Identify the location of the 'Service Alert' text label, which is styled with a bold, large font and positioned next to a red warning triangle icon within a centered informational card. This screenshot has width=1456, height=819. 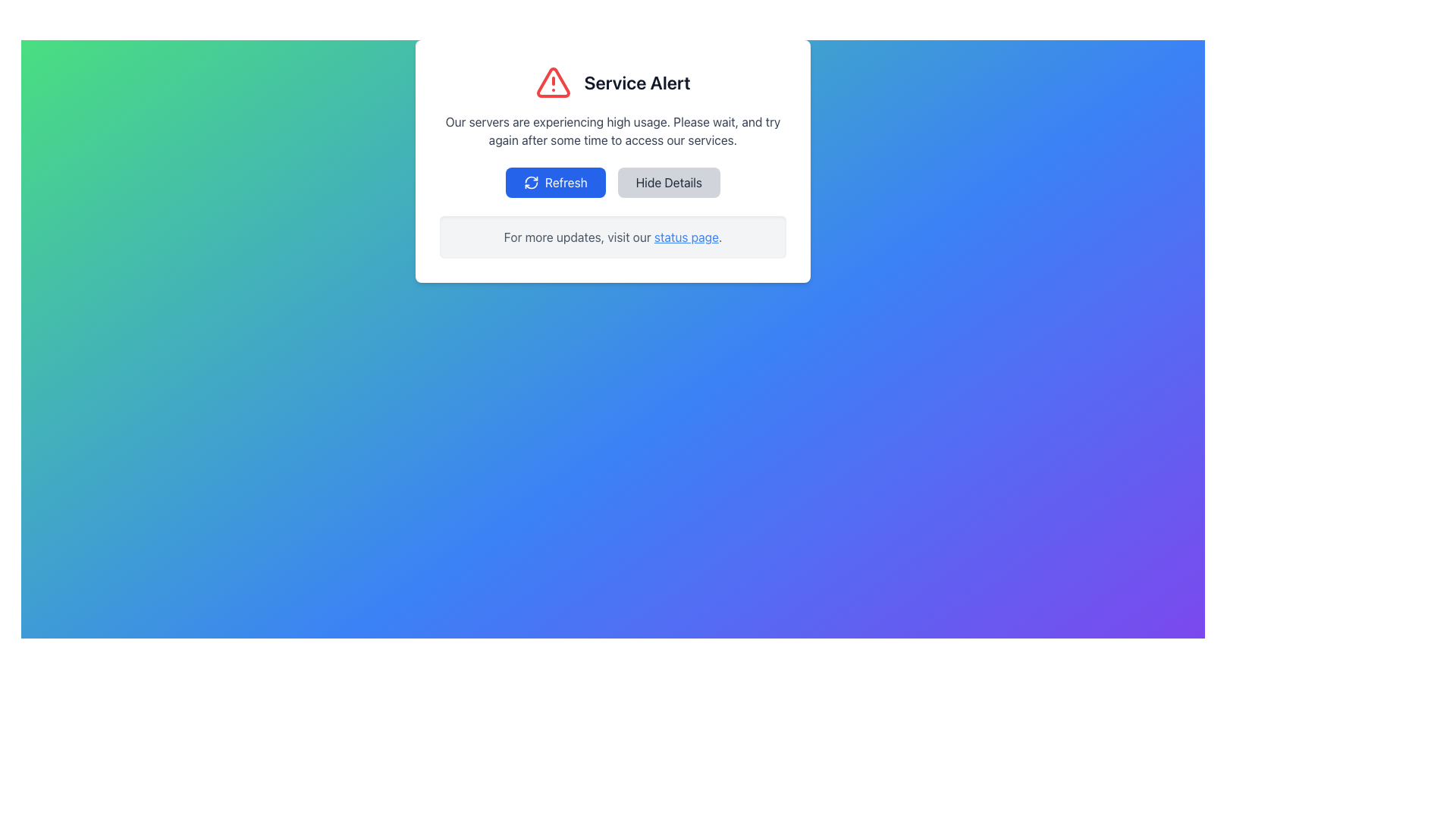
(637, 82).